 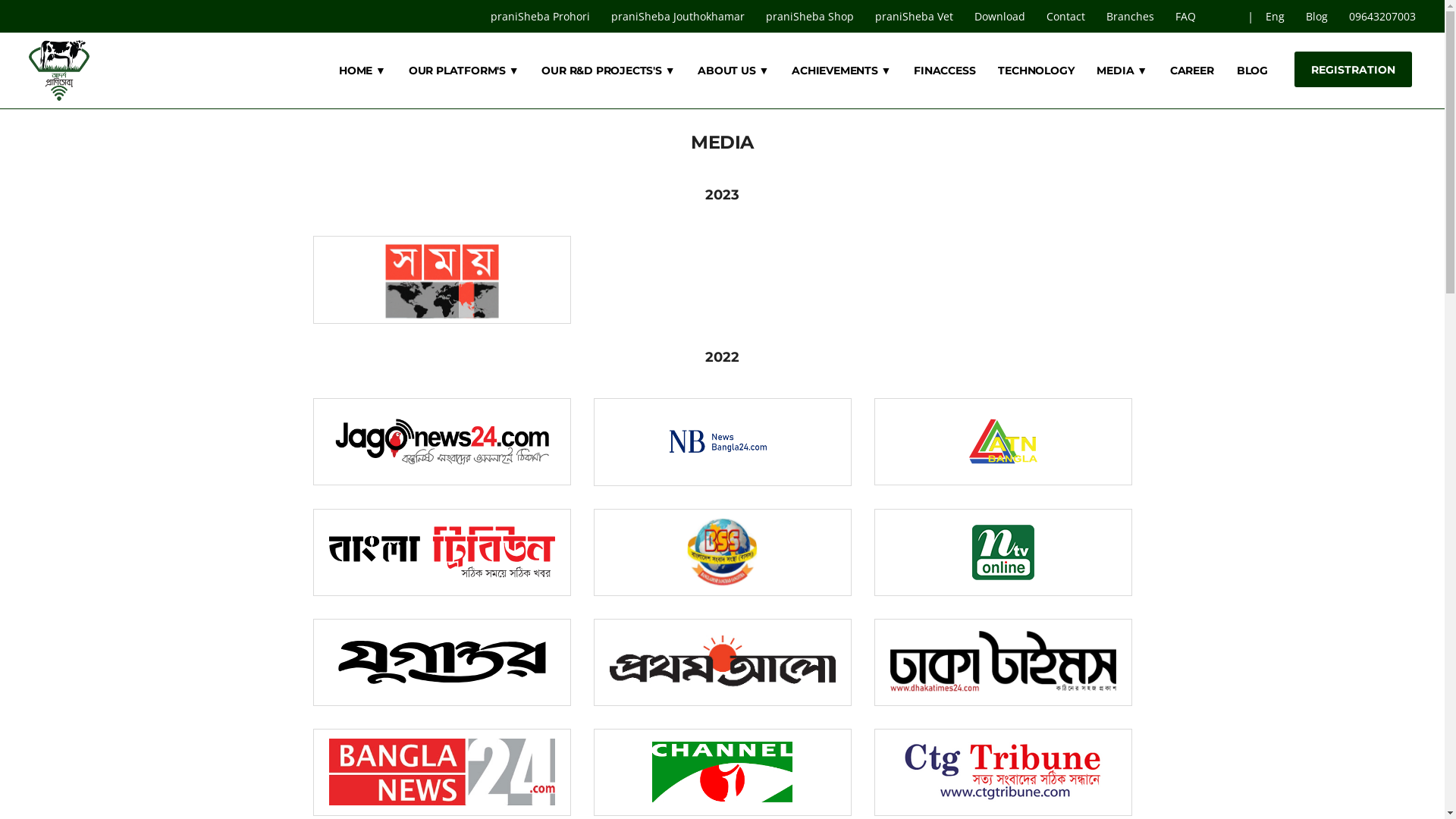 What do you see at coordinates (1131, 16) in the screenshot?
I see `'Branches'` at bounding box center [1131, 16].